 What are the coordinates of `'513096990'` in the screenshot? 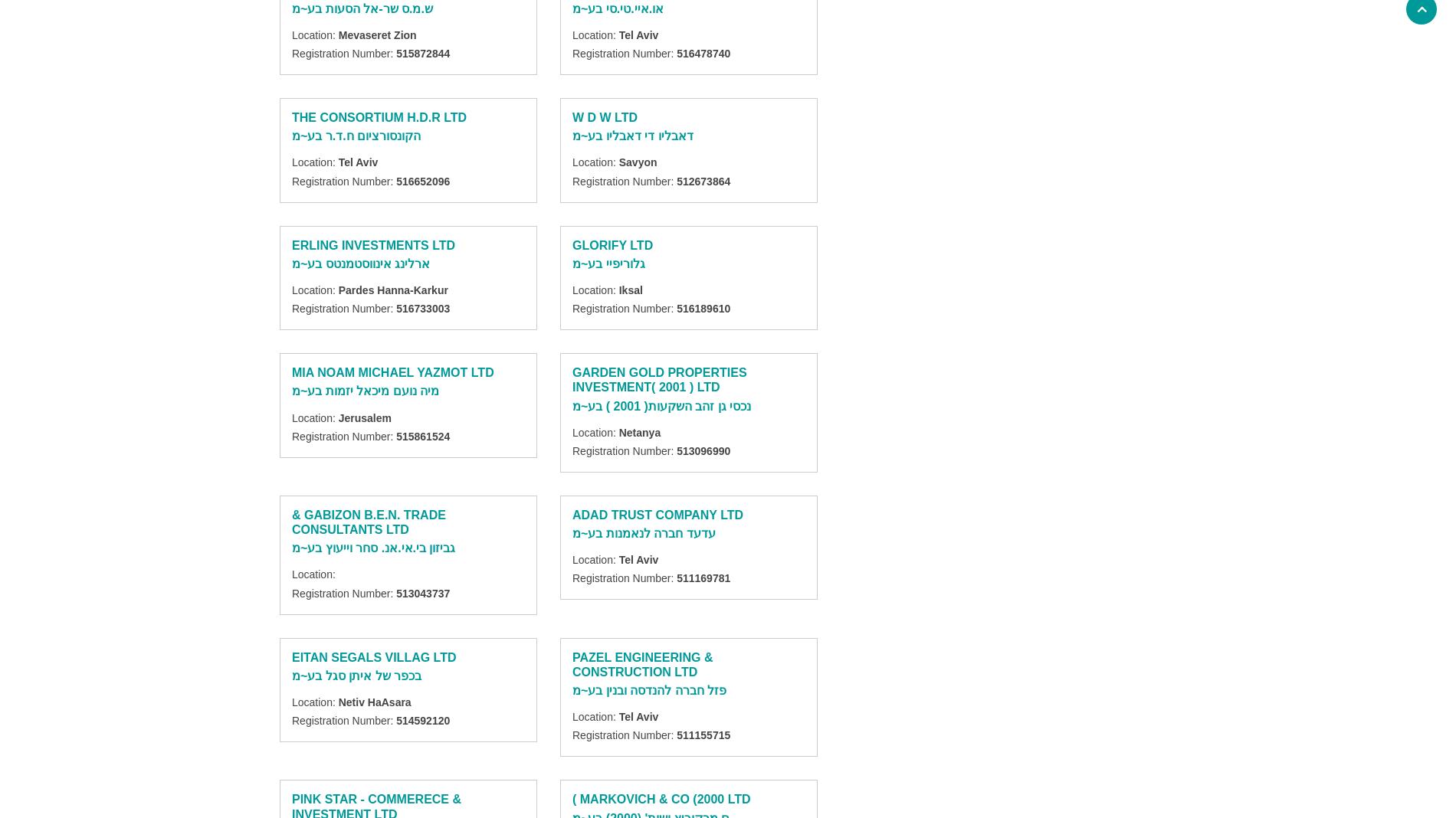 It's located at (703, 450).